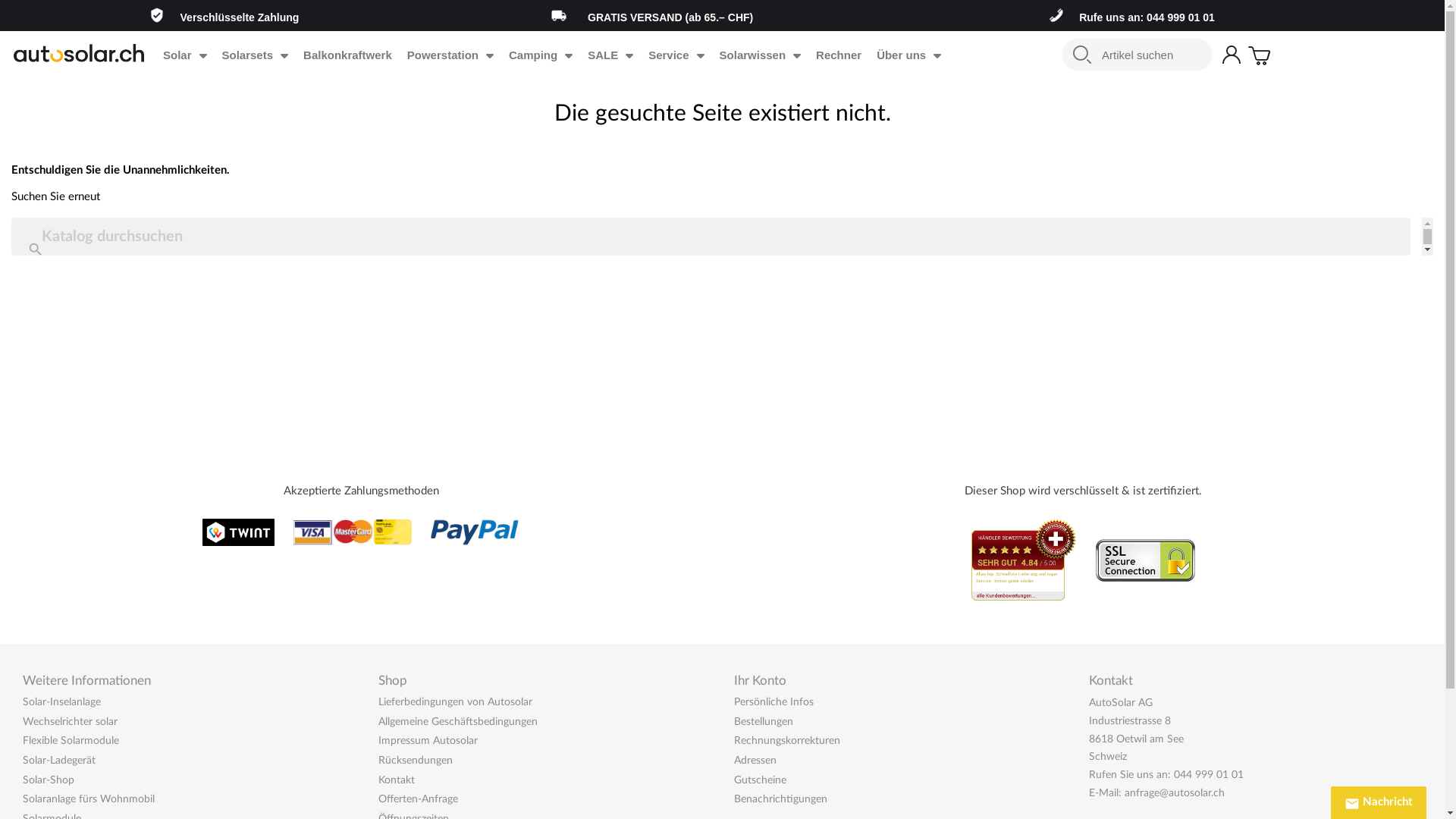  Describe the element at coordinates (755, 760) in the screenshot. I see `'Adressen'` at that location.